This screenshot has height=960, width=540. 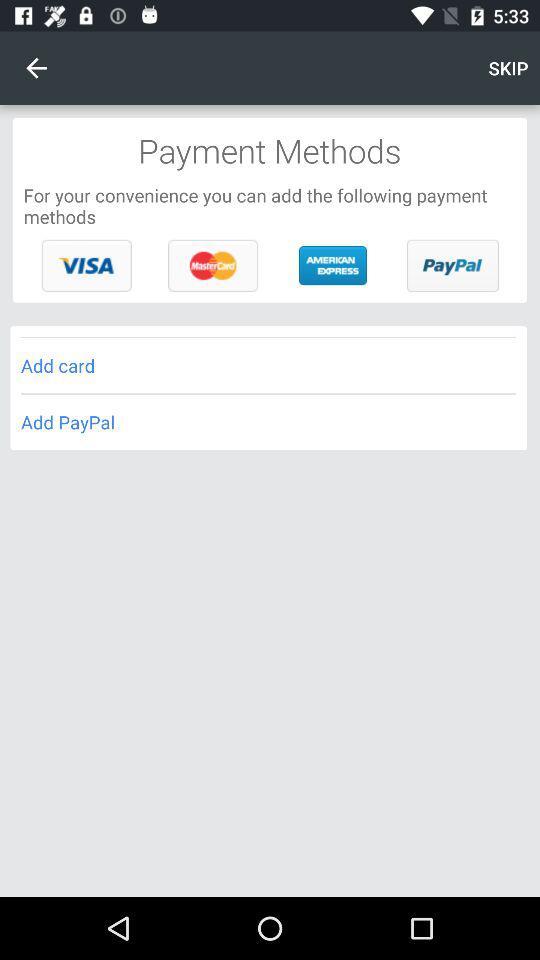 I want to click on the icon above payment methods icon, so click(x=36, y=68).